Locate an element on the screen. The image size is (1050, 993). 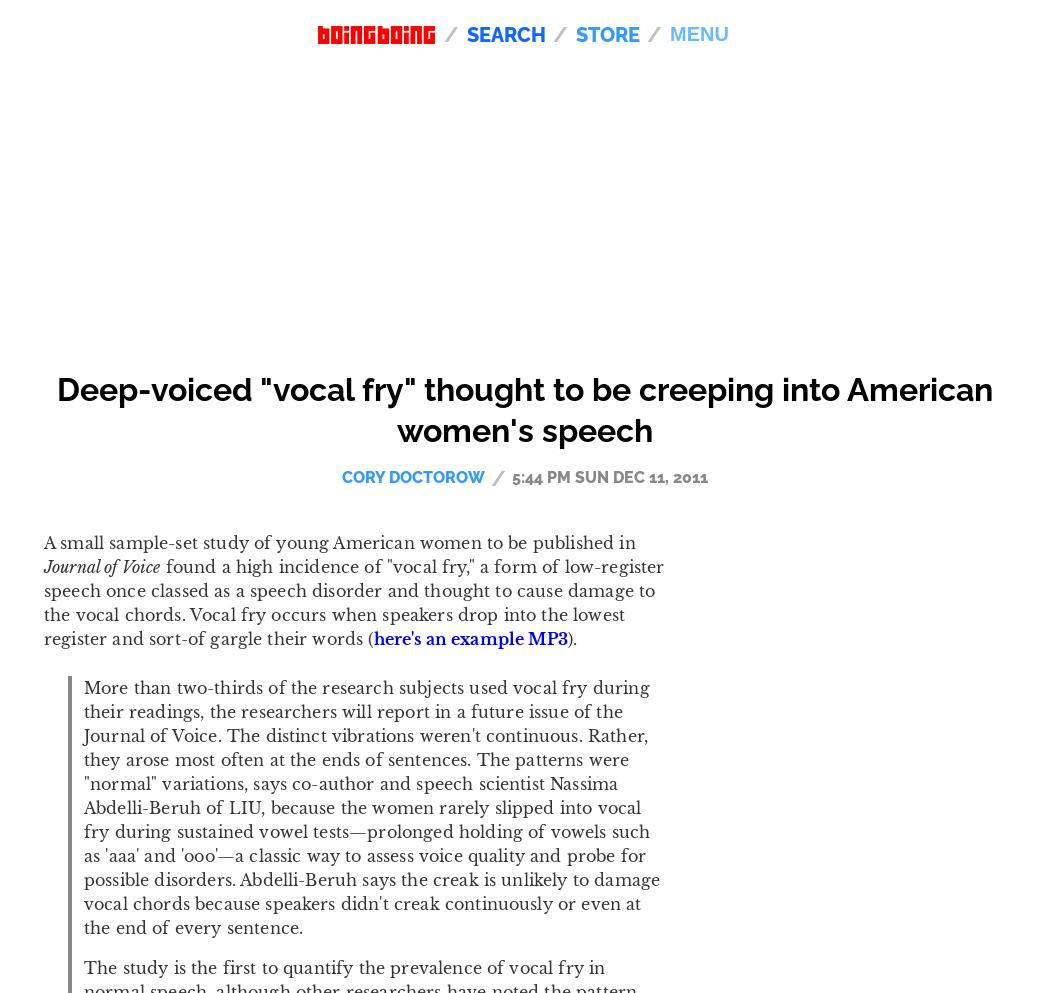
'SEARCH' is located at coordinates (467, 33).